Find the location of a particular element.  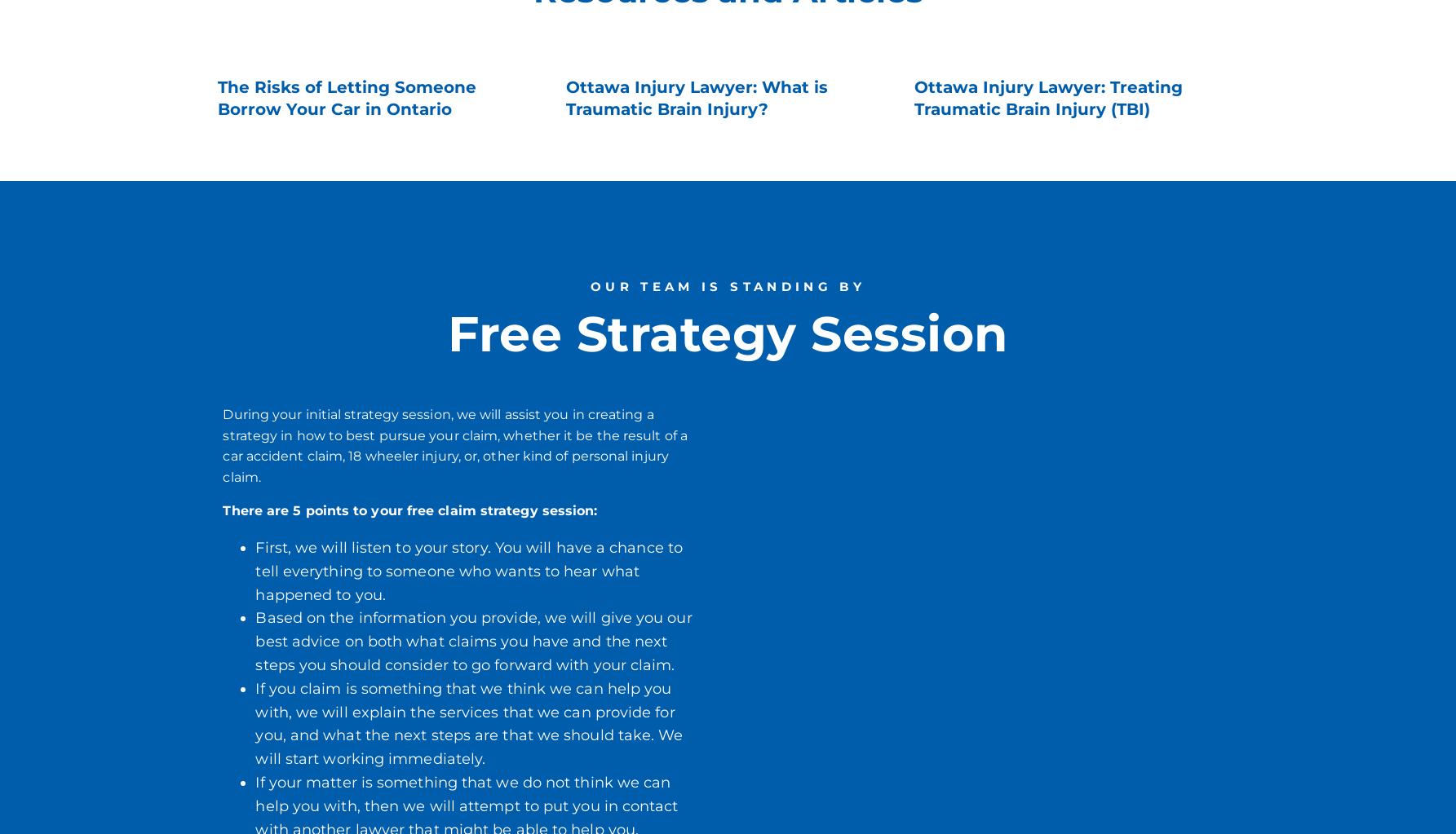

'During your initial strategy session, we will assist you in creating a strategy in how to best pursue your claim, whether it be the result of a car accident claim, 18 wheeler injury, or, other kind of personal injury claim.' is located at coordinates (454, 444).